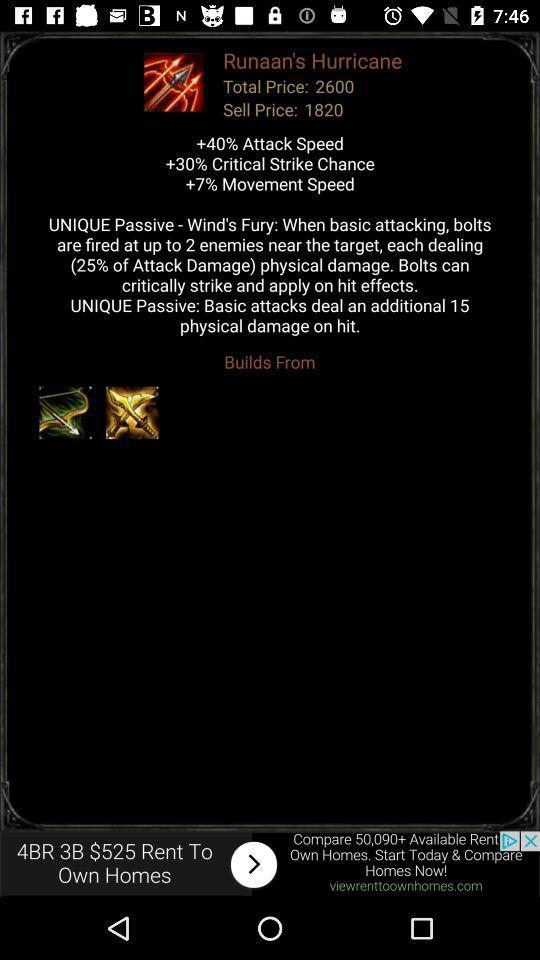  I want to click on advertisements website, so click(270, 863).